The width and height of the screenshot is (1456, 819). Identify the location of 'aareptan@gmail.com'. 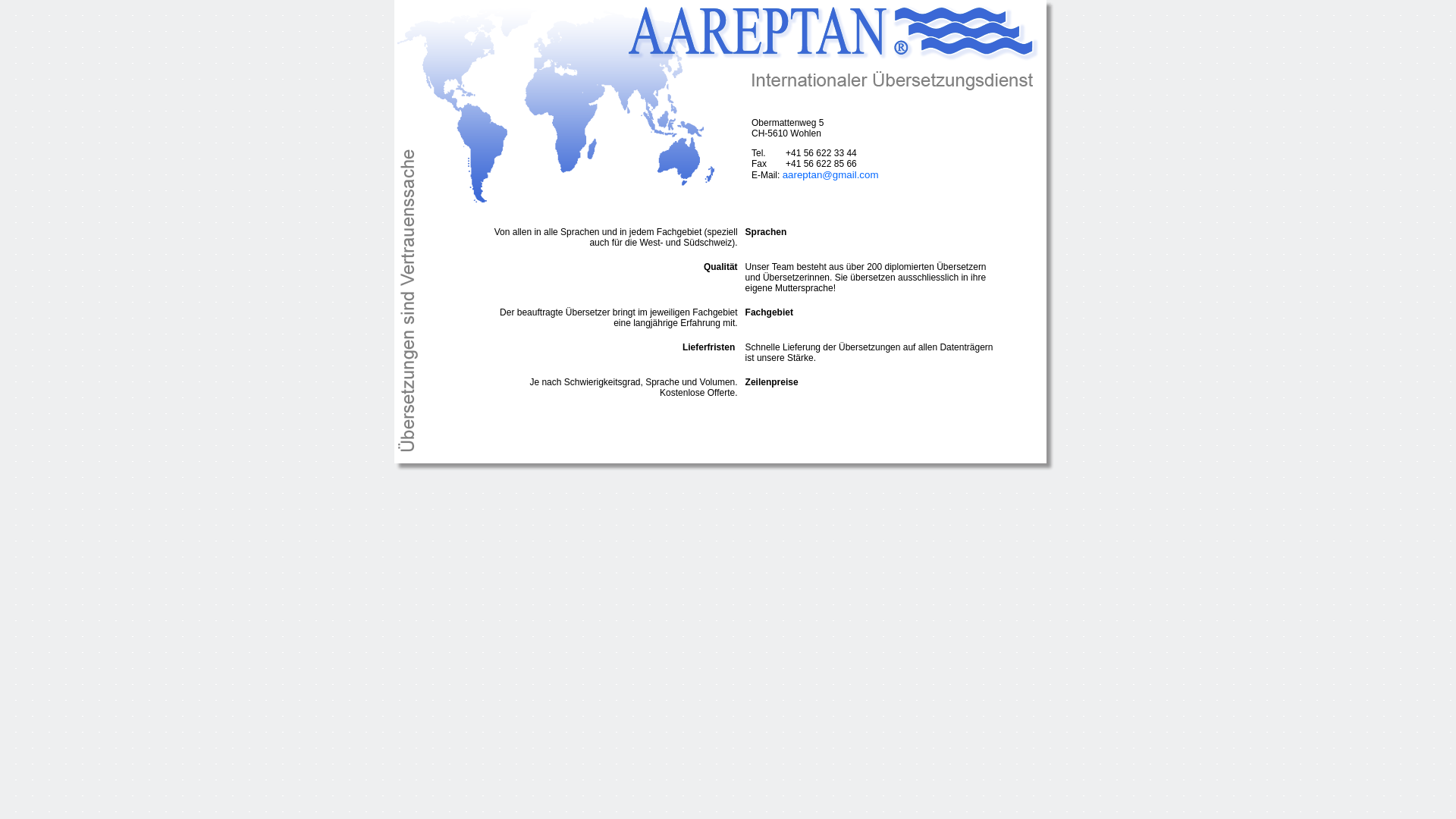
(830, 174).